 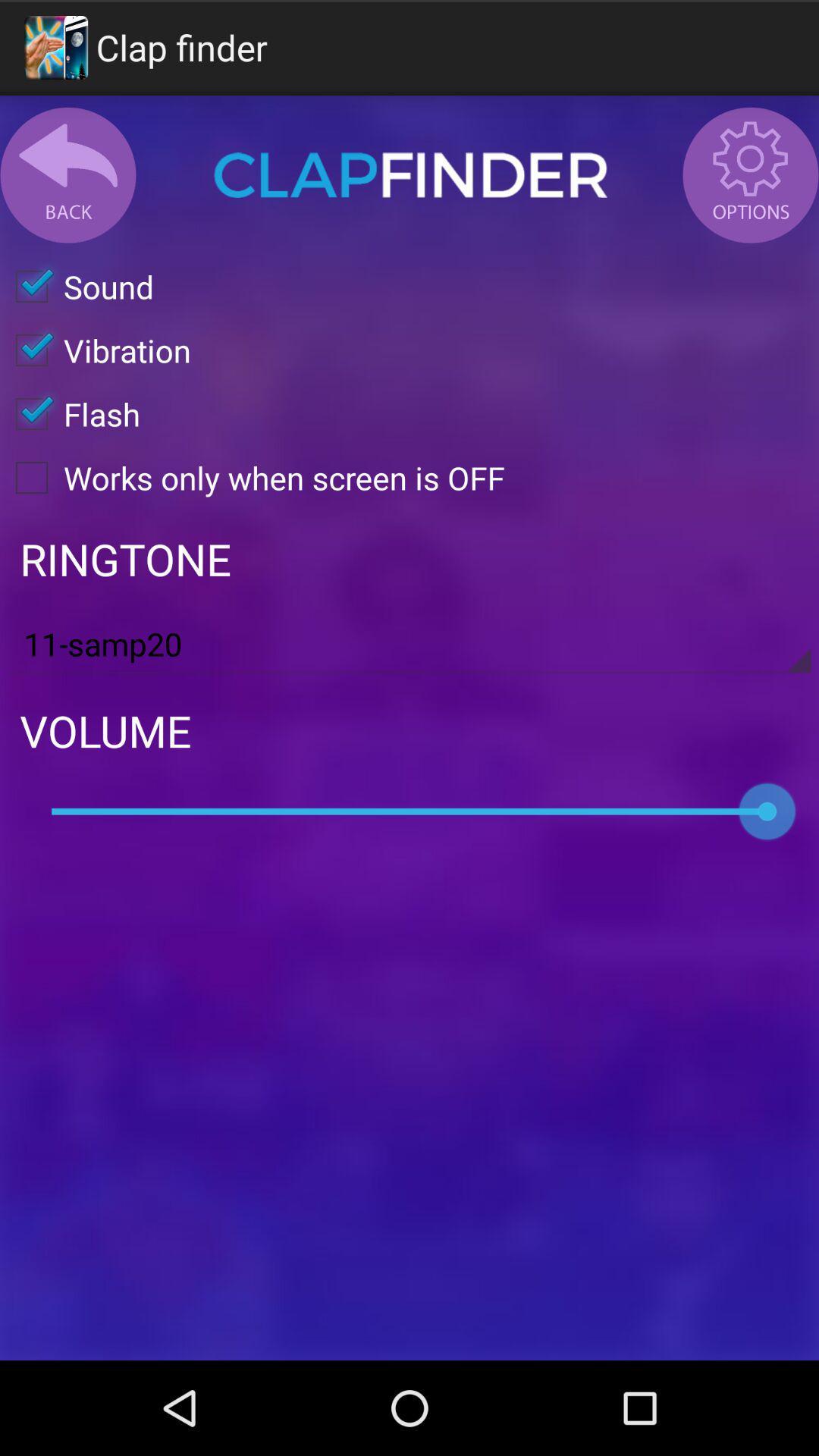 I want to click on the item above ringtone app, so click(x=251, y=476).